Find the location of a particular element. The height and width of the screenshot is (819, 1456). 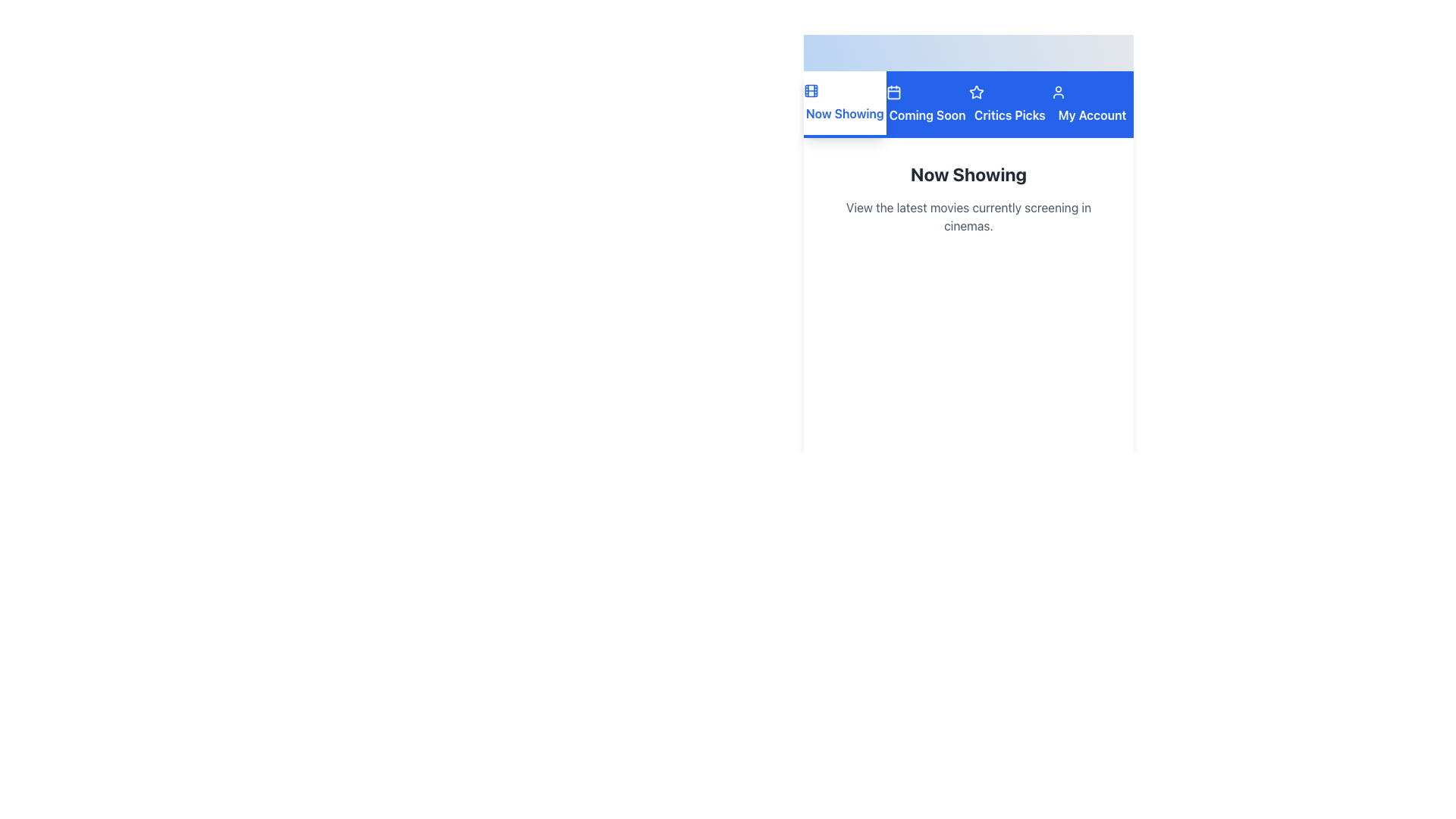

the 'Critics Picks' button to interact with the associated icon for ratings or selections in the navigation bar is located at coordinates (976, 93).